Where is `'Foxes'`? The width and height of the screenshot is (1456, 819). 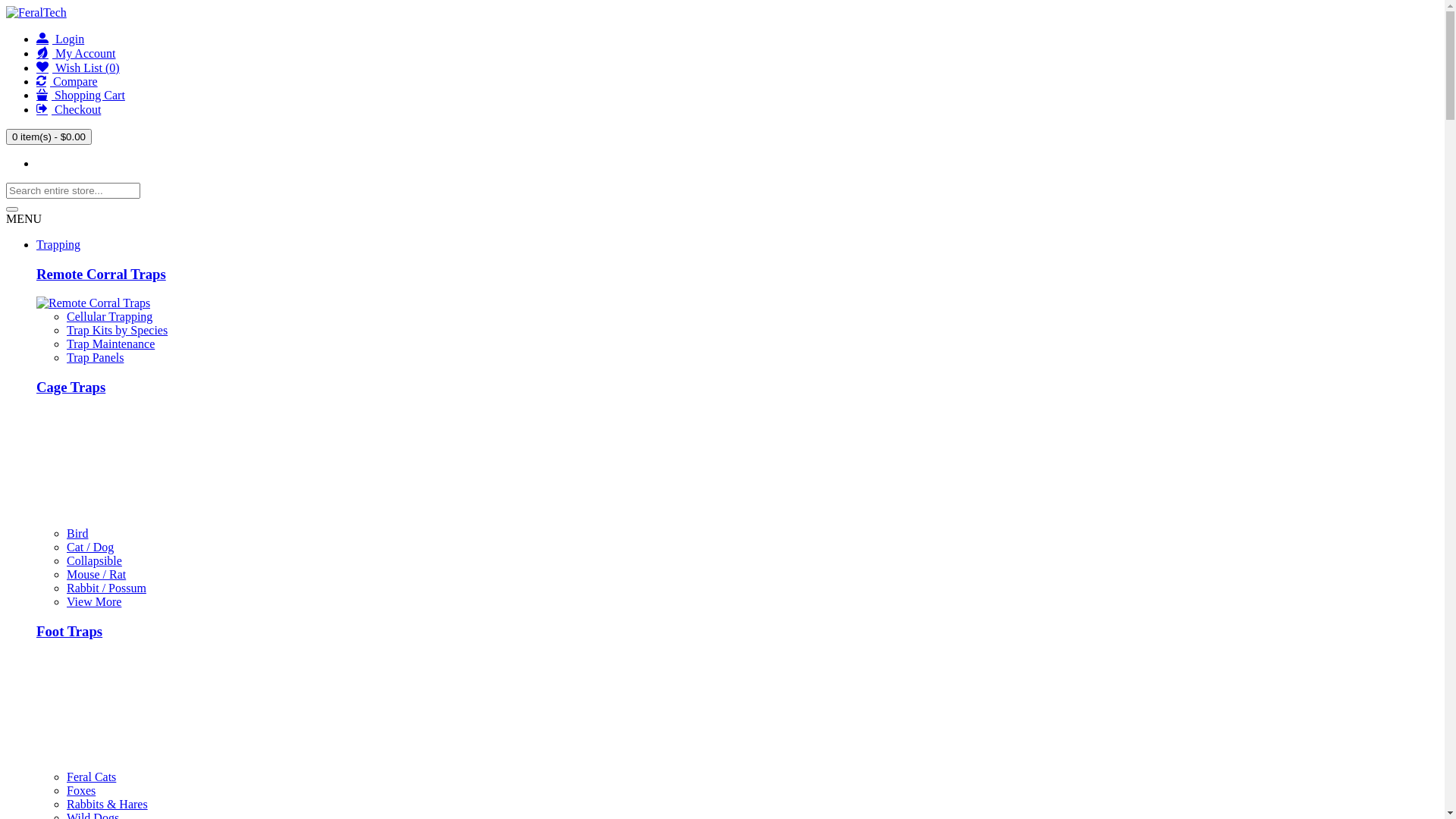
'Foxes' is located at coordinates (80, 789).